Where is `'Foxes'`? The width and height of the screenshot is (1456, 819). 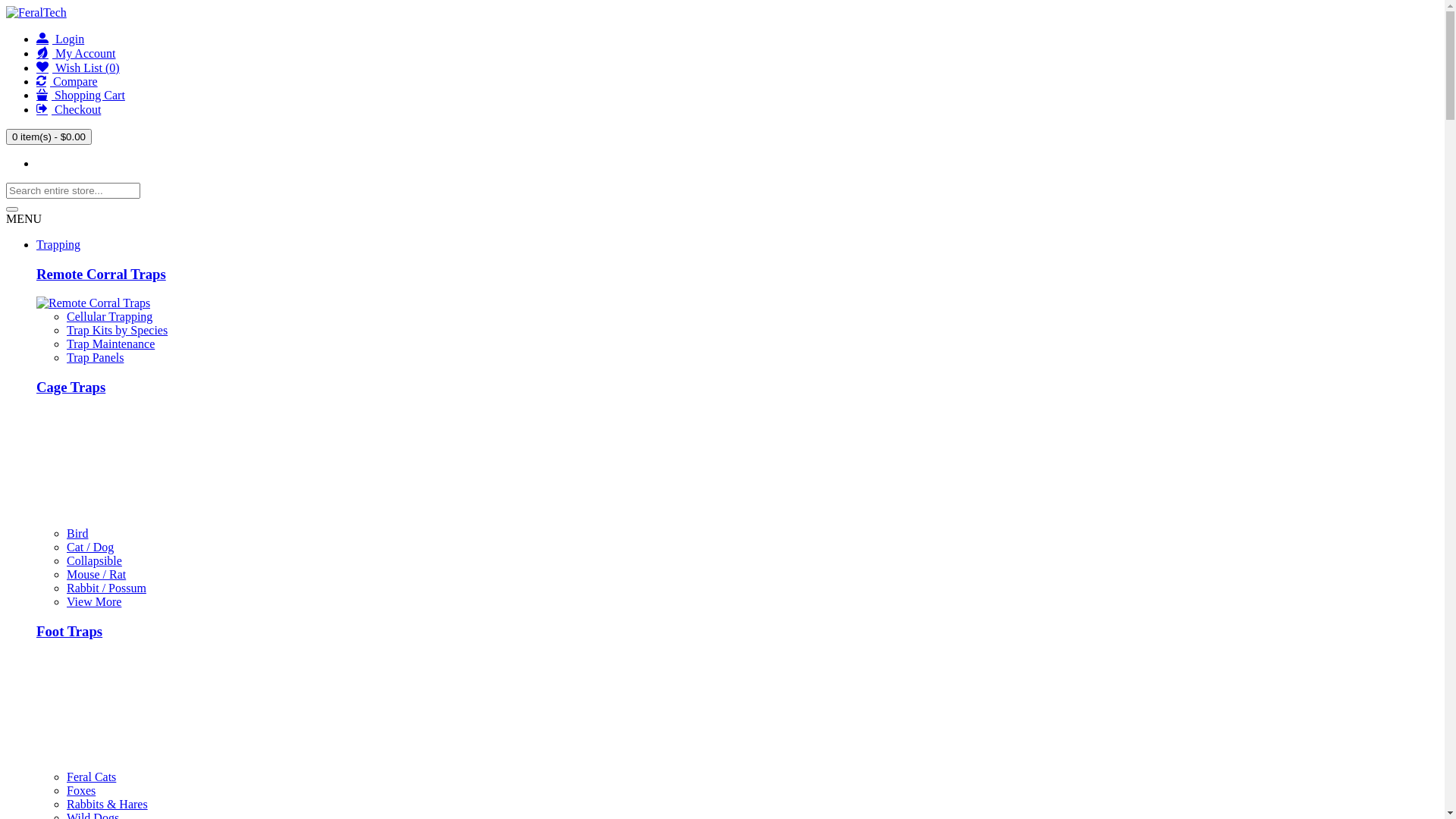
'Foxes' is located at coordinates (80, 789).